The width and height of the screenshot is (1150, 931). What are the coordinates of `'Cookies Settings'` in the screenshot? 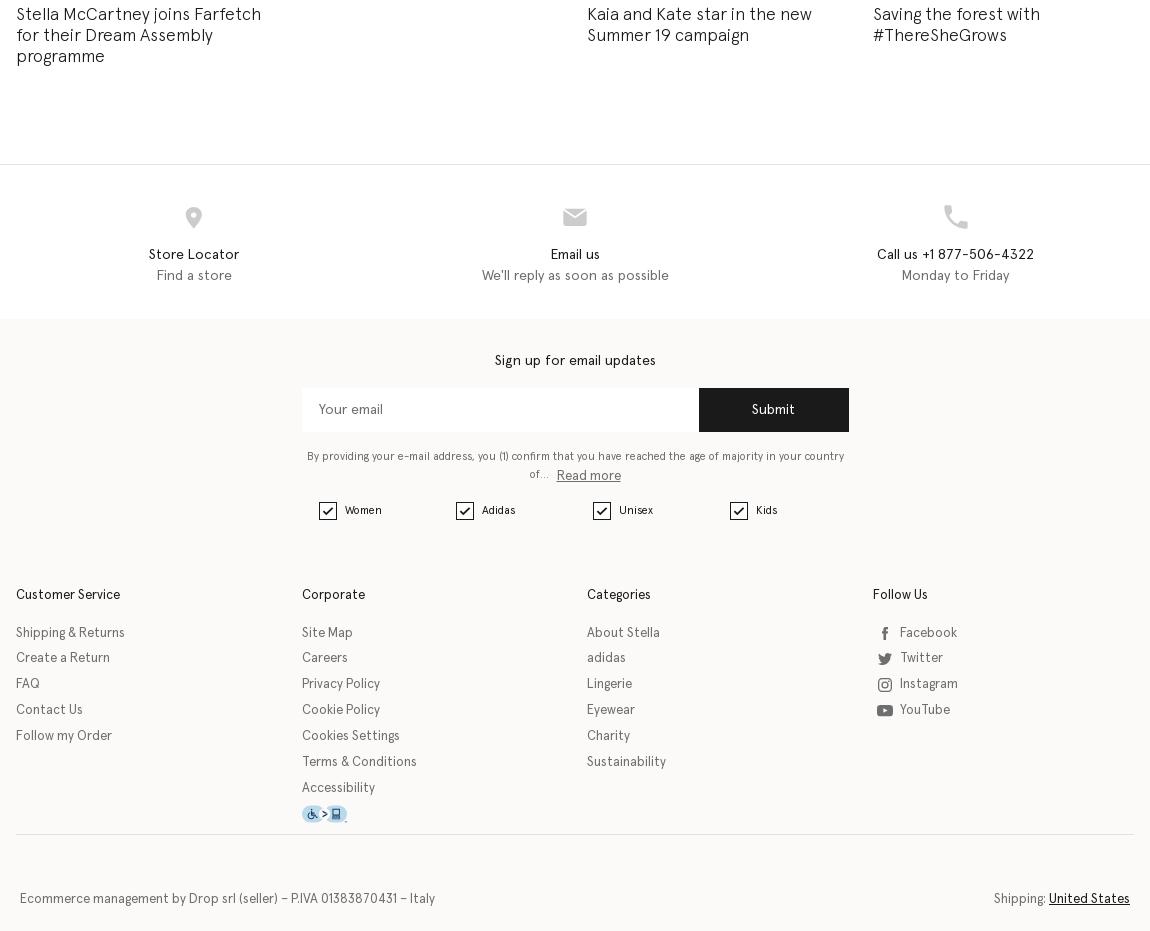 It's located at (349, 736).